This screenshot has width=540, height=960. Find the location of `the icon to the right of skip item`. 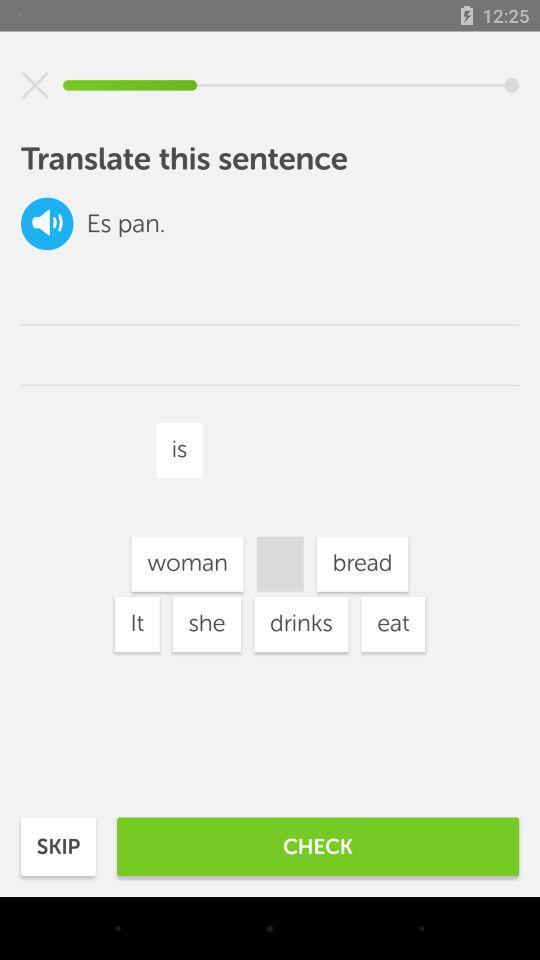

the icon to the right of skip item is located at coordinates (318, 845).